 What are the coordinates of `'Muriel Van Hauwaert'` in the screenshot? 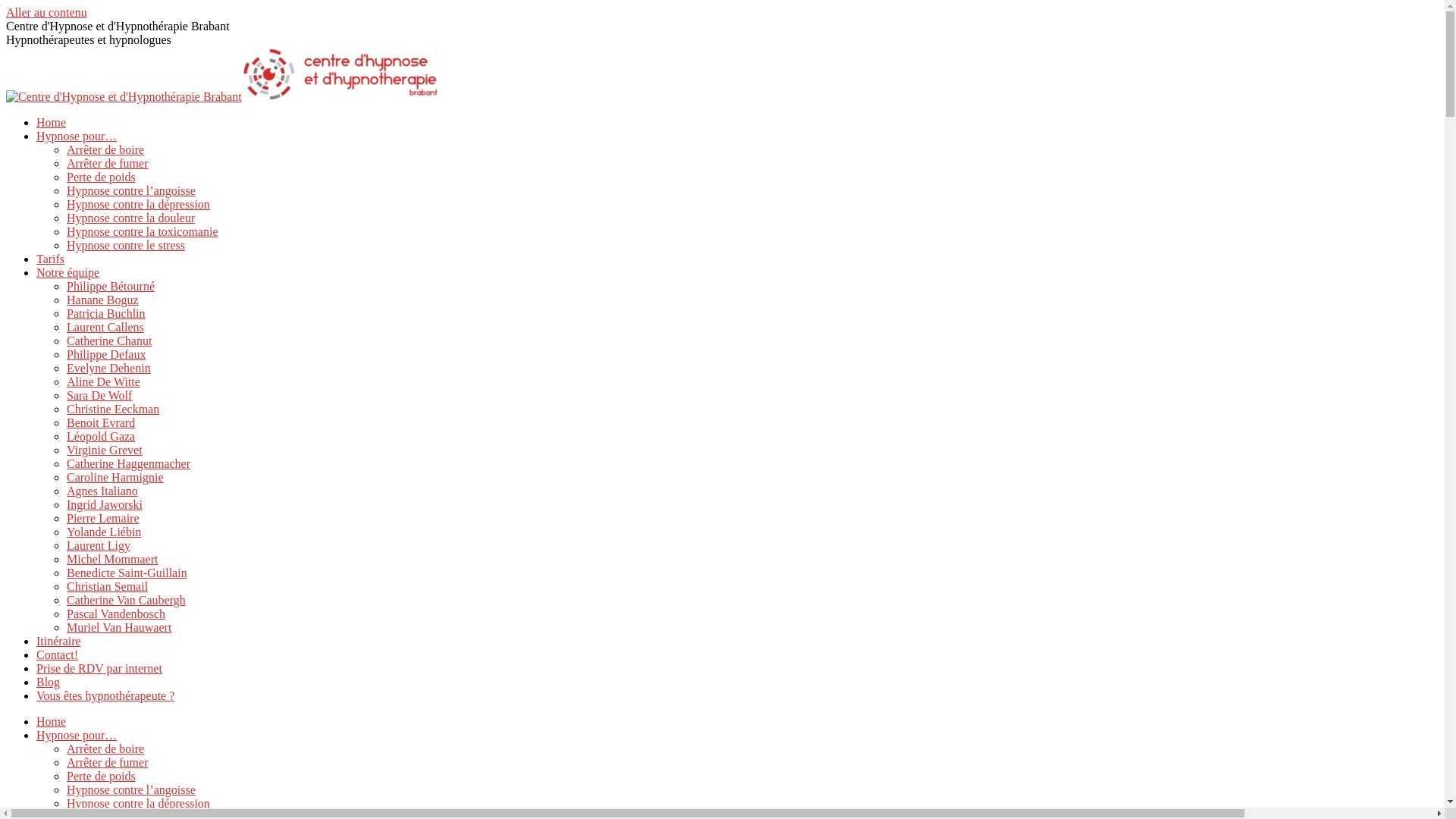 It's located at (118, 627).